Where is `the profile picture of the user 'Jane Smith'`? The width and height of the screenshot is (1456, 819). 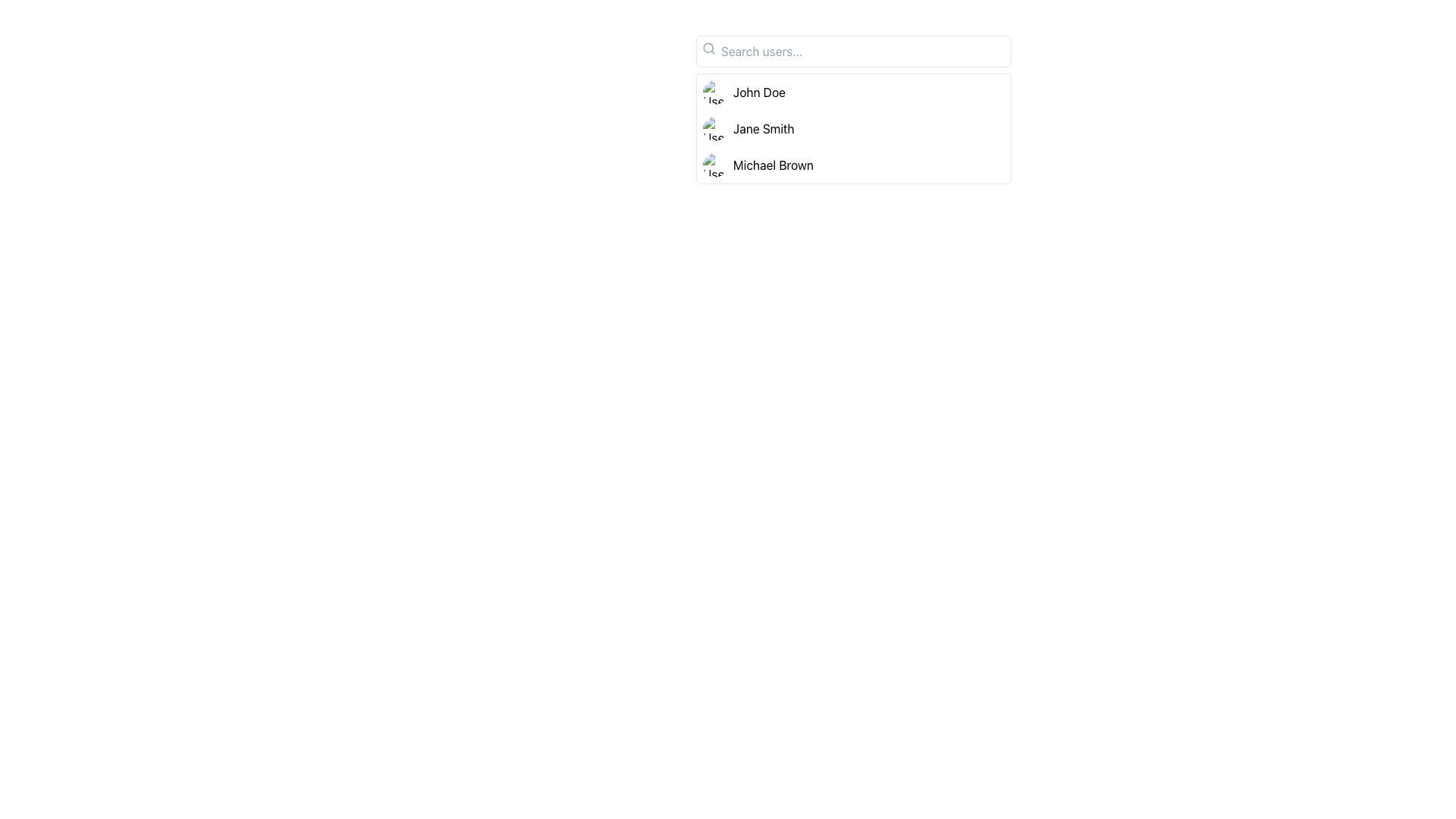
the profile picture of the user 'Jane Smith' is located at coordinates (714, 127).